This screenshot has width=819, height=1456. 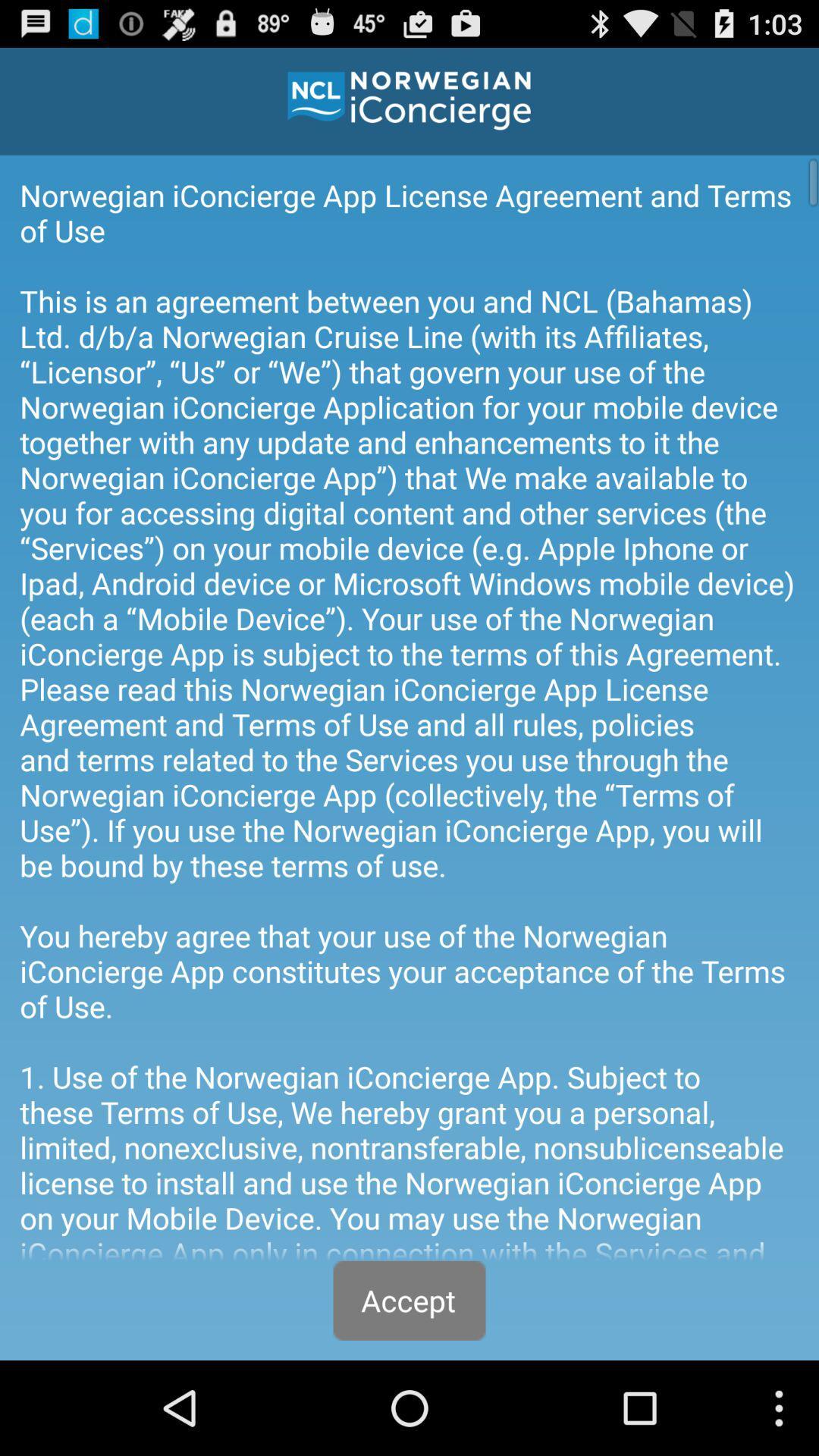 I want to click on accept, so click(x=409, y=1300).